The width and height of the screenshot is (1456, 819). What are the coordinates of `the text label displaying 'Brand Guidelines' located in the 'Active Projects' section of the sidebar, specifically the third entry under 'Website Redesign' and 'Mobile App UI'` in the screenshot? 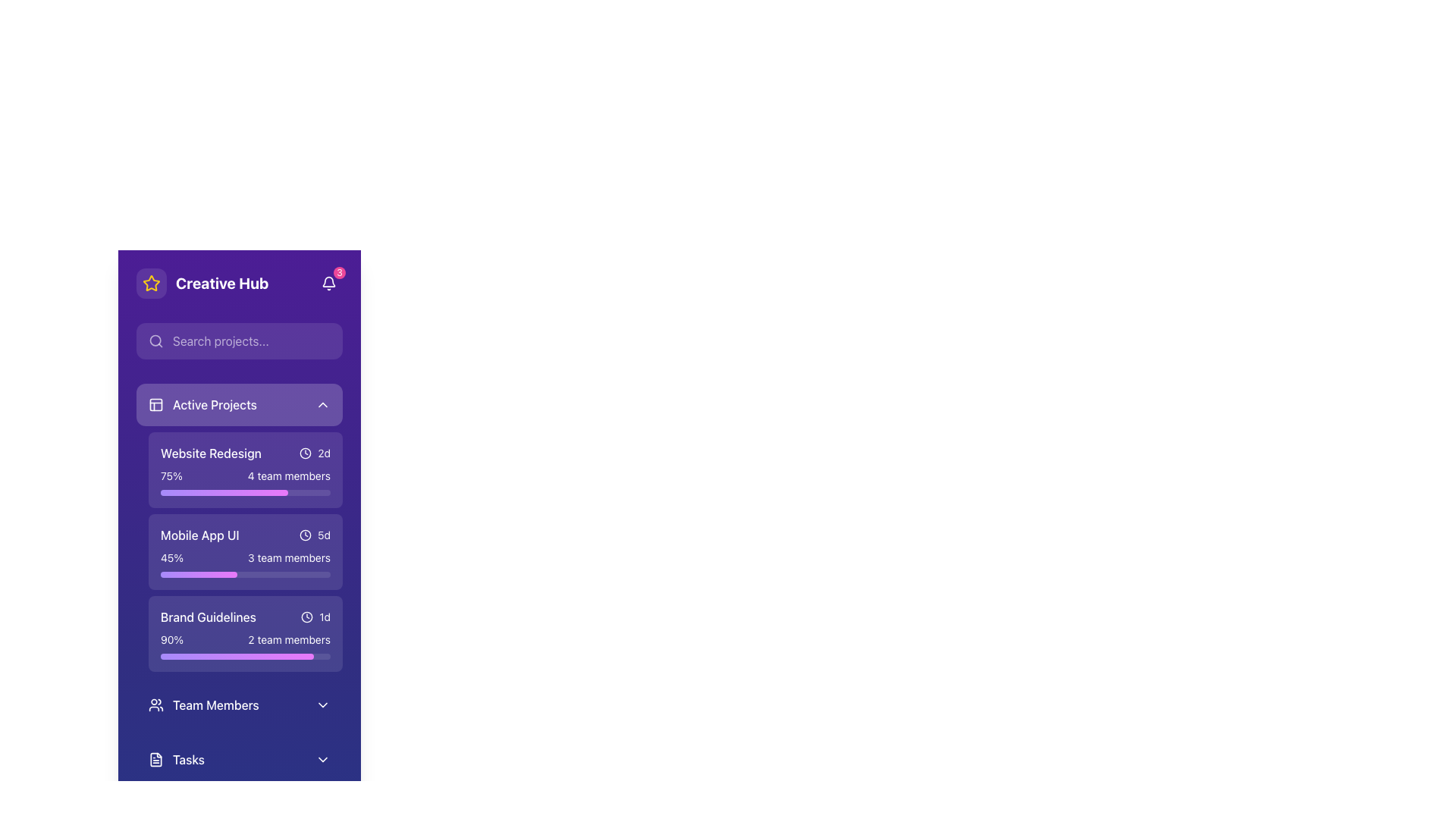 It's located at (207, 617).